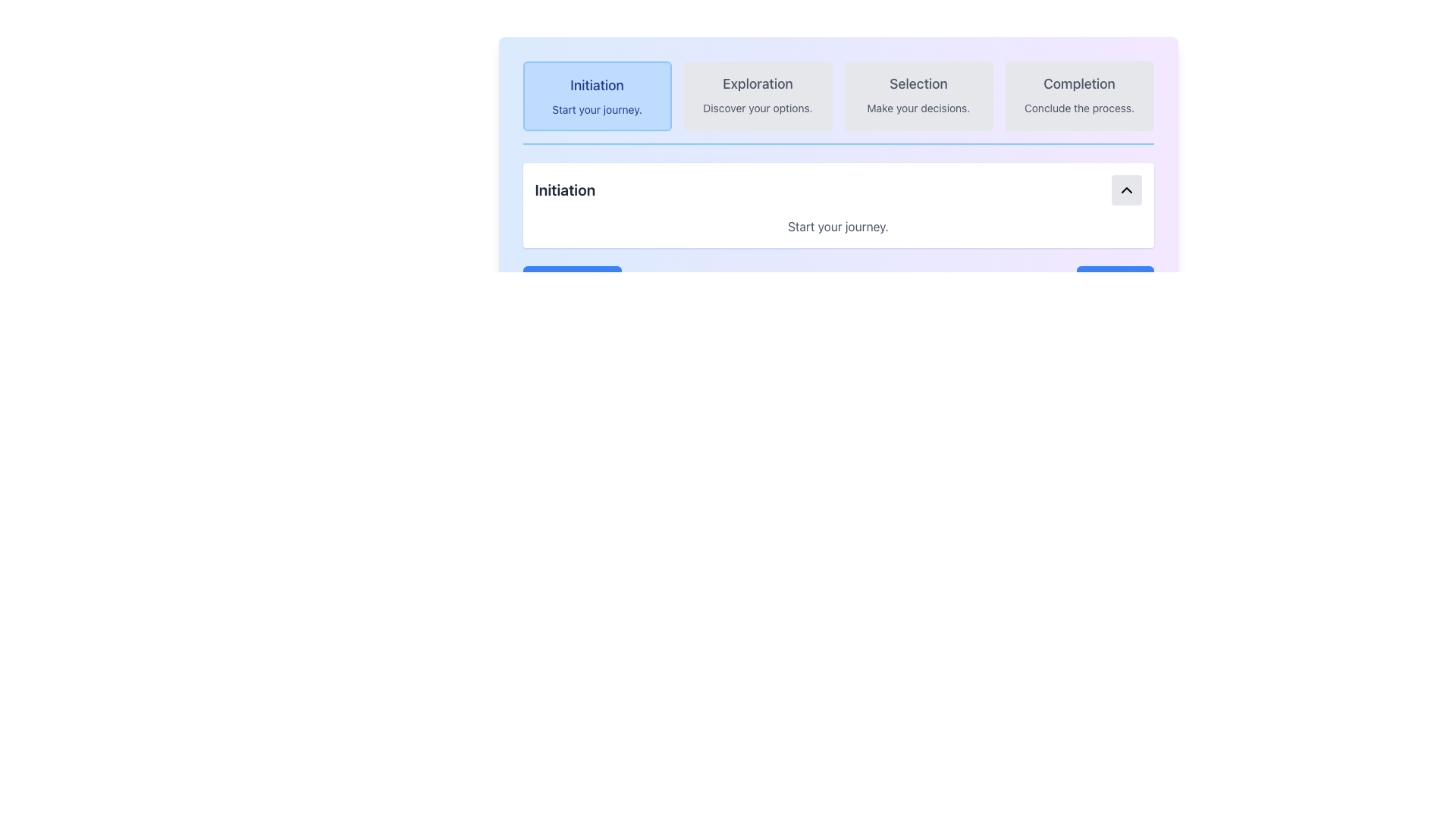 This screenshot has height=819, width=1456. I want to click on the 'Initiation' button, which has a light blue background, rounded corners, and contains the texts 'Initiation' and 'Start your journey.', so click(596, 96).